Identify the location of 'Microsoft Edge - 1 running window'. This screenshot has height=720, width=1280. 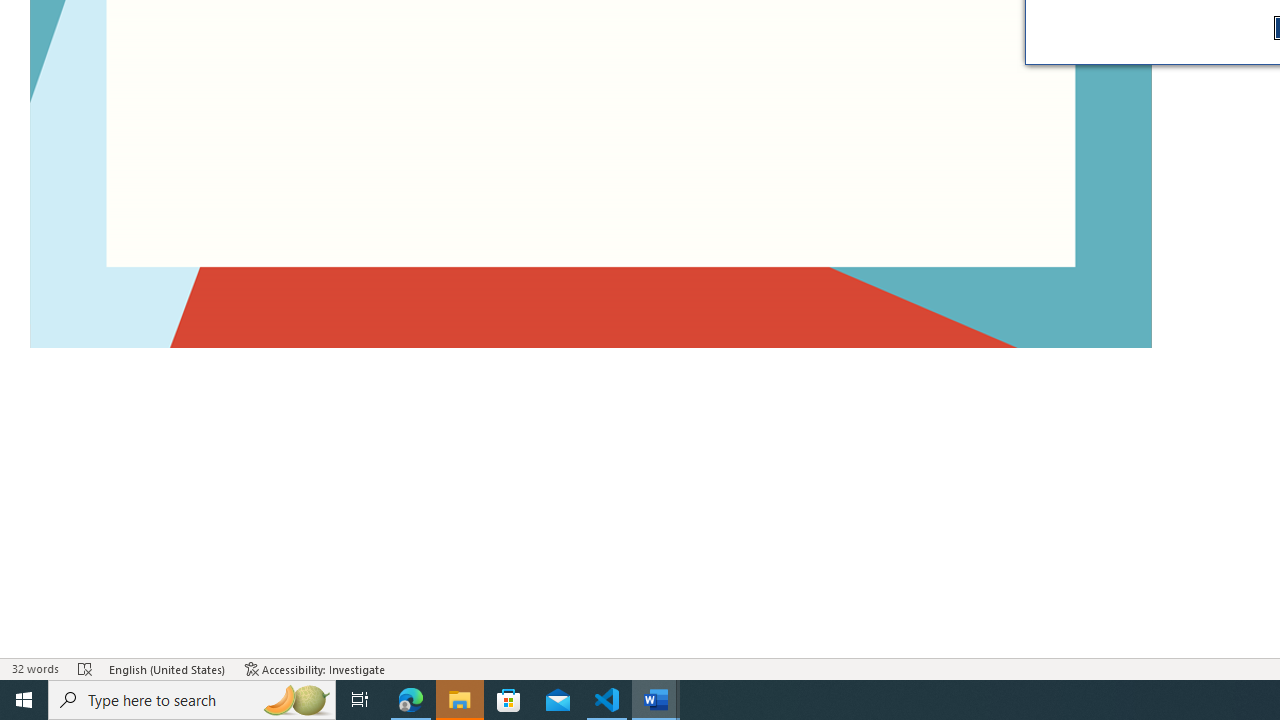
(410, 698).